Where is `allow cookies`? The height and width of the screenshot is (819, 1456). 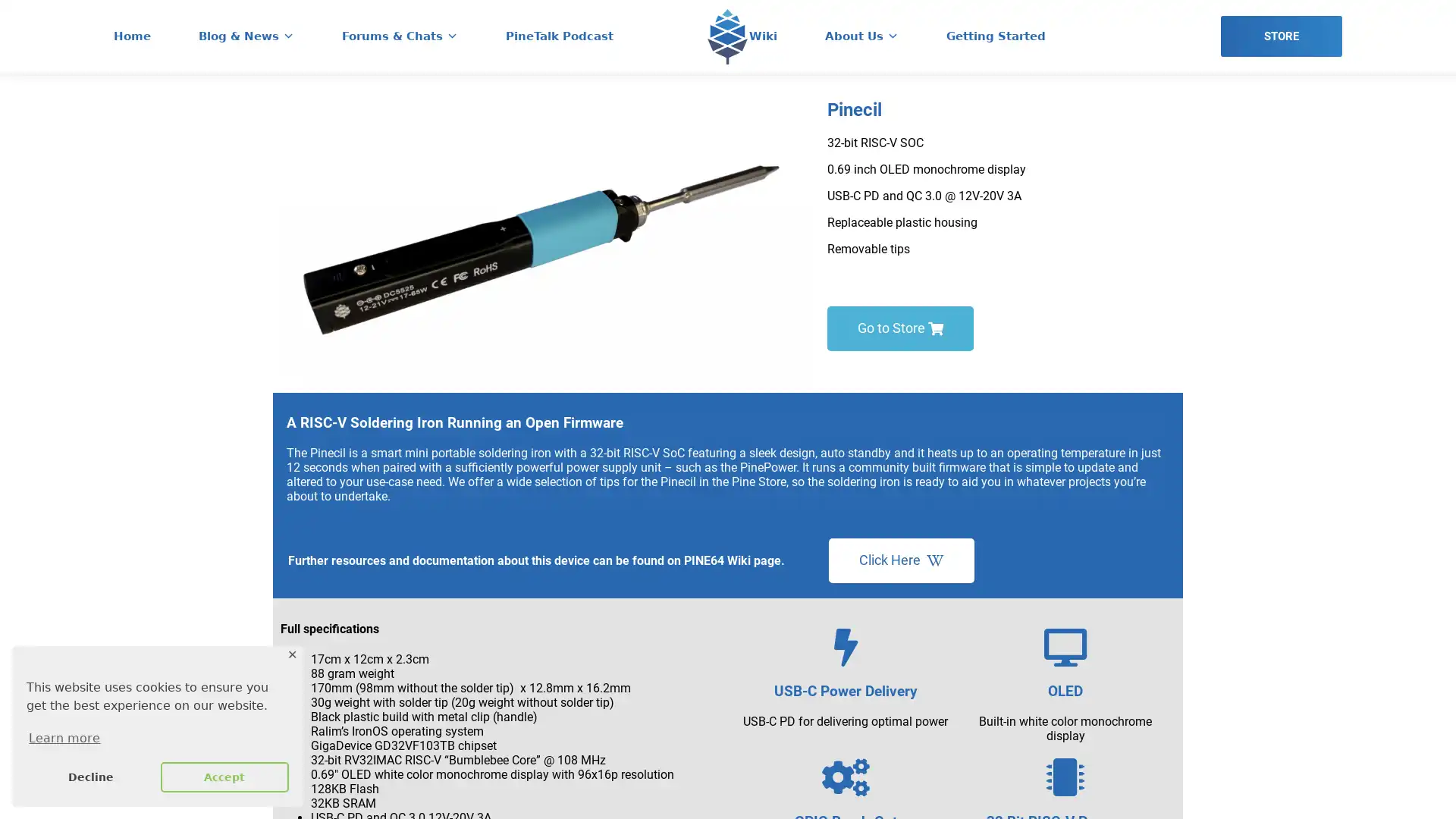 allow cookies is located at coordinates (223, 777).